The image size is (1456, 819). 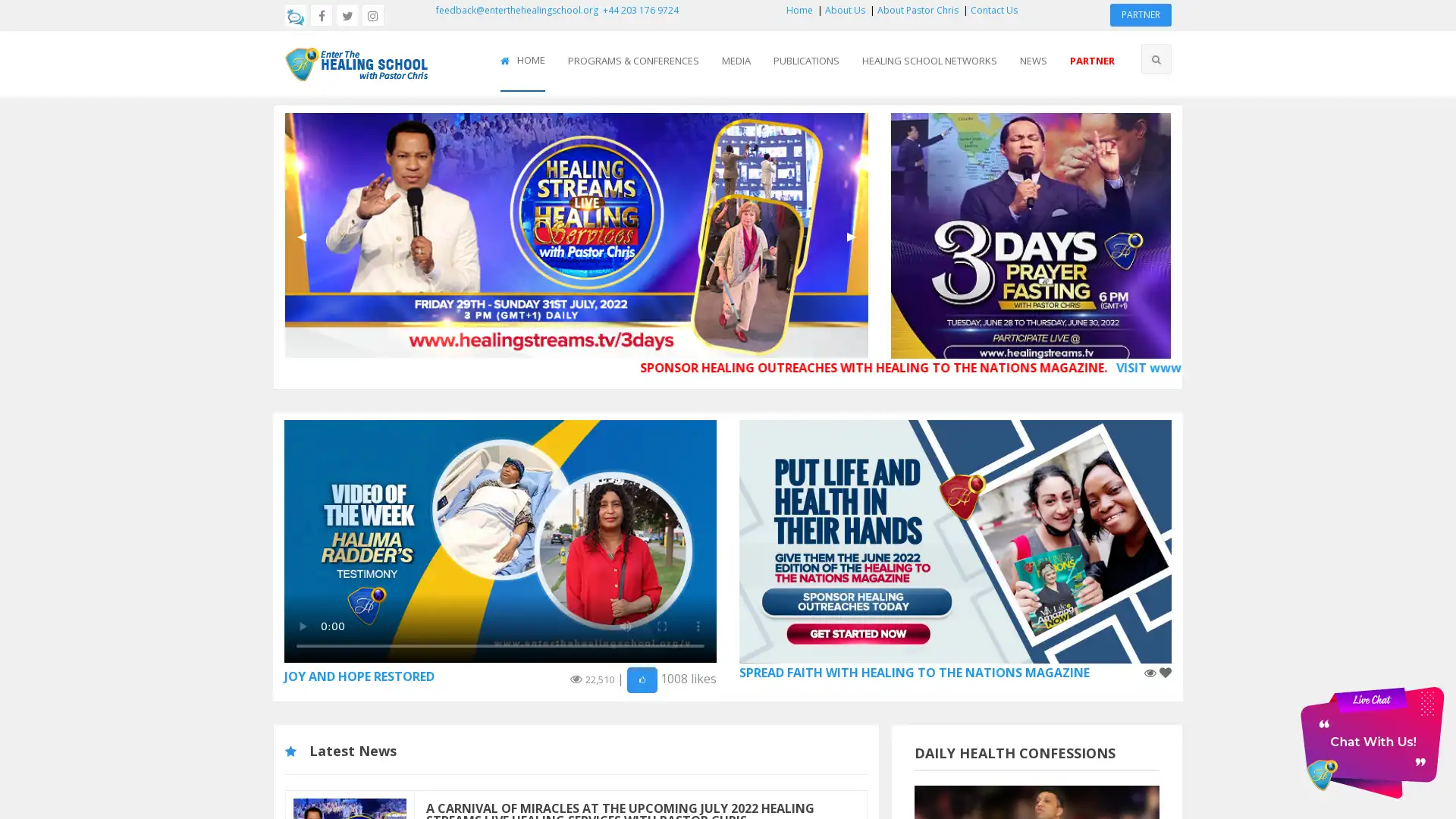 What do you see at coordinates (698, 626) in the screenshot?
I see `show more media controls` at bounding box center [698, 626].